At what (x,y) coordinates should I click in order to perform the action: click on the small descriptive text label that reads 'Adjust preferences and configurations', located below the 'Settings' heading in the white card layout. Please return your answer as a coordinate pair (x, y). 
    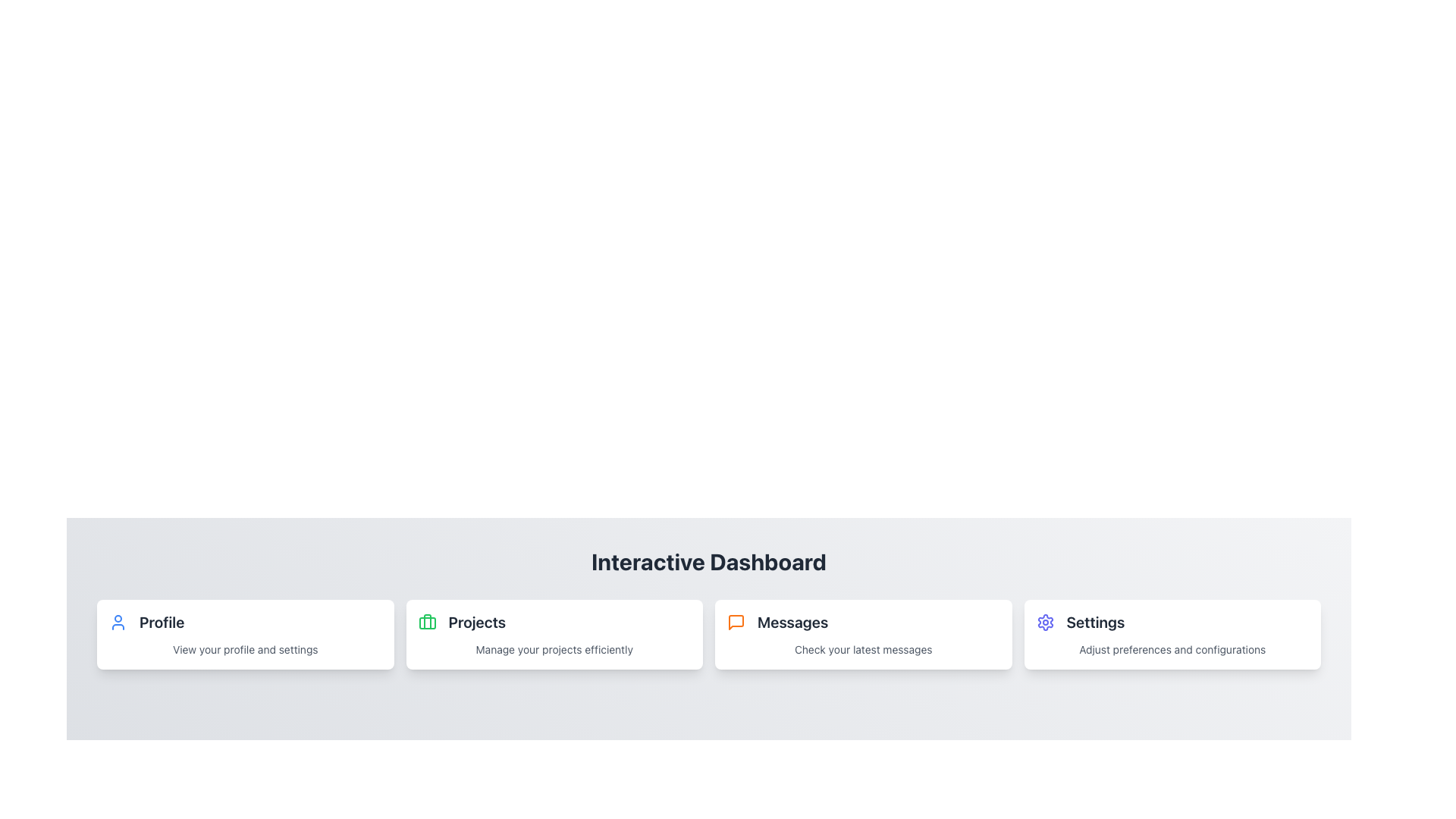
    Looking at the image, I should click on (1172, 648).